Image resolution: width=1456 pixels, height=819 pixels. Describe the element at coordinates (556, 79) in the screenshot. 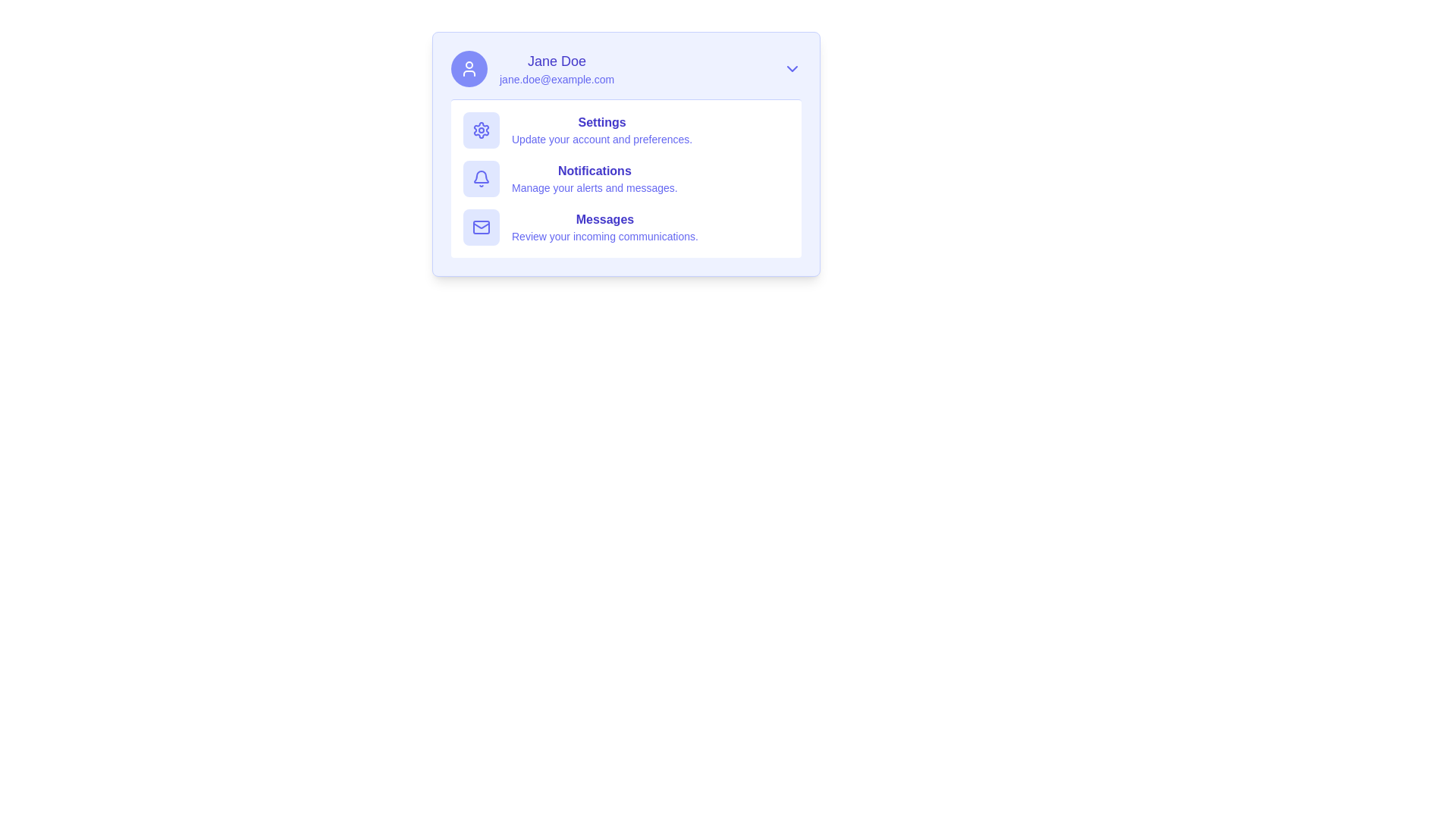

I see `the static text displaying the user's email address by navigating through the keyboard in the user profile interface` at that location.